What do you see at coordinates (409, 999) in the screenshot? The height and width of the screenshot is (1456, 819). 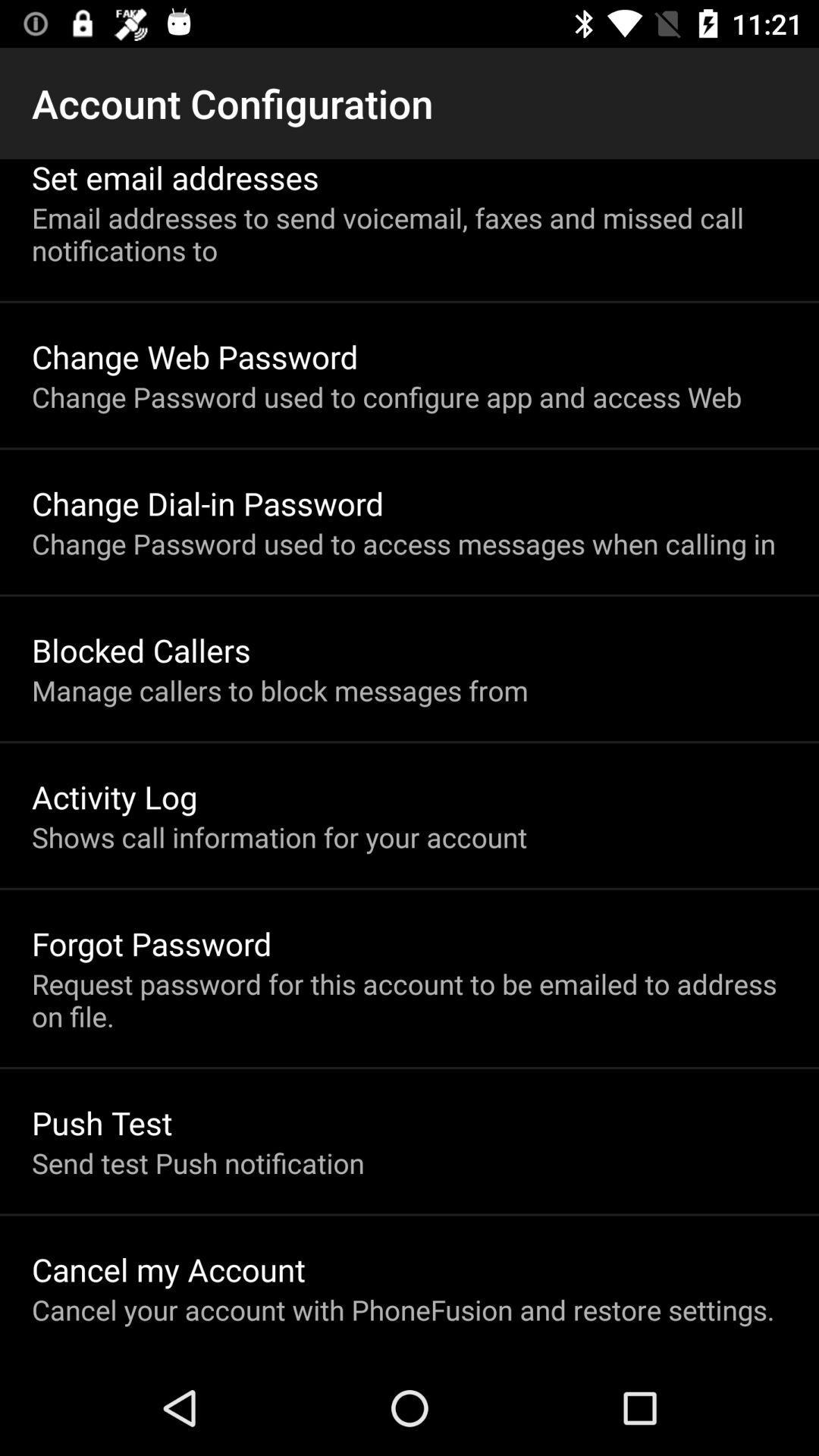 I see `request password for app` at bounding box center [409, 999].